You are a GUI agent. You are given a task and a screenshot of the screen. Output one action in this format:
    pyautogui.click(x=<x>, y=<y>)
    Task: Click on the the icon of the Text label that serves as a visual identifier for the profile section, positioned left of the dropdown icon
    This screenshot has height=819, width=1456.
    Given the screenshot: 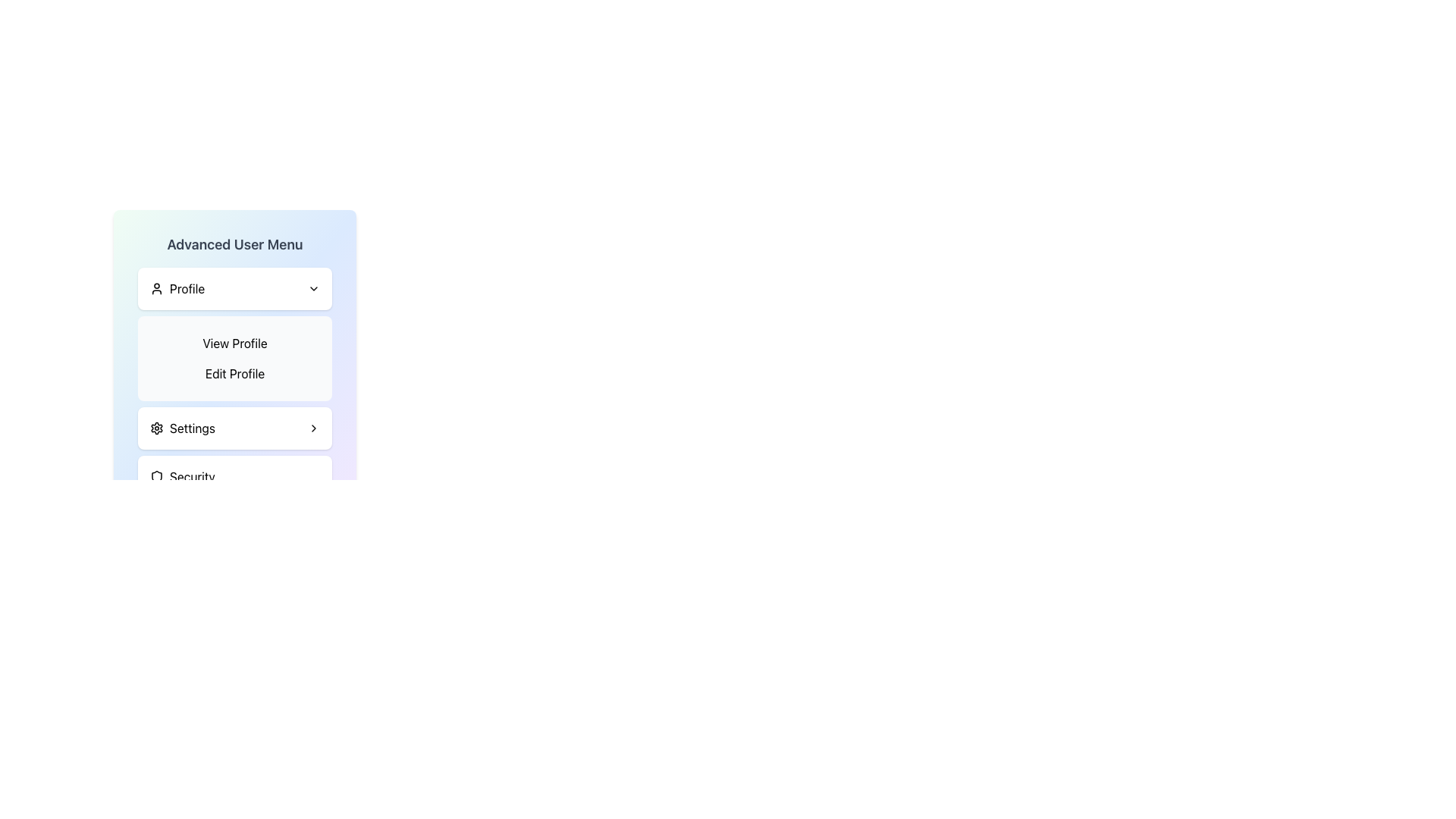 What is the action you would take?
    pyautogui.click(x=177, y=289)
    